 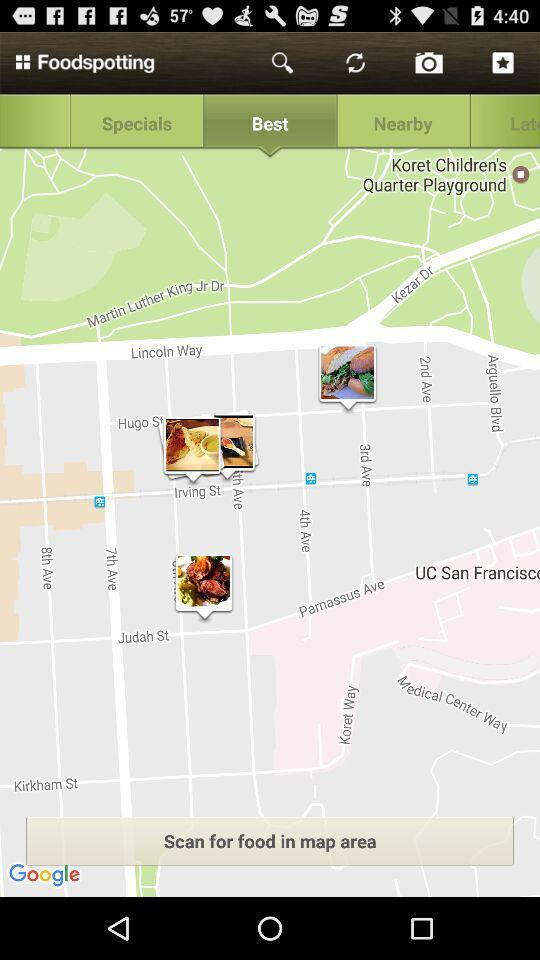 I want to click on search icon next to foodspotting, so click(x=282, y=63).